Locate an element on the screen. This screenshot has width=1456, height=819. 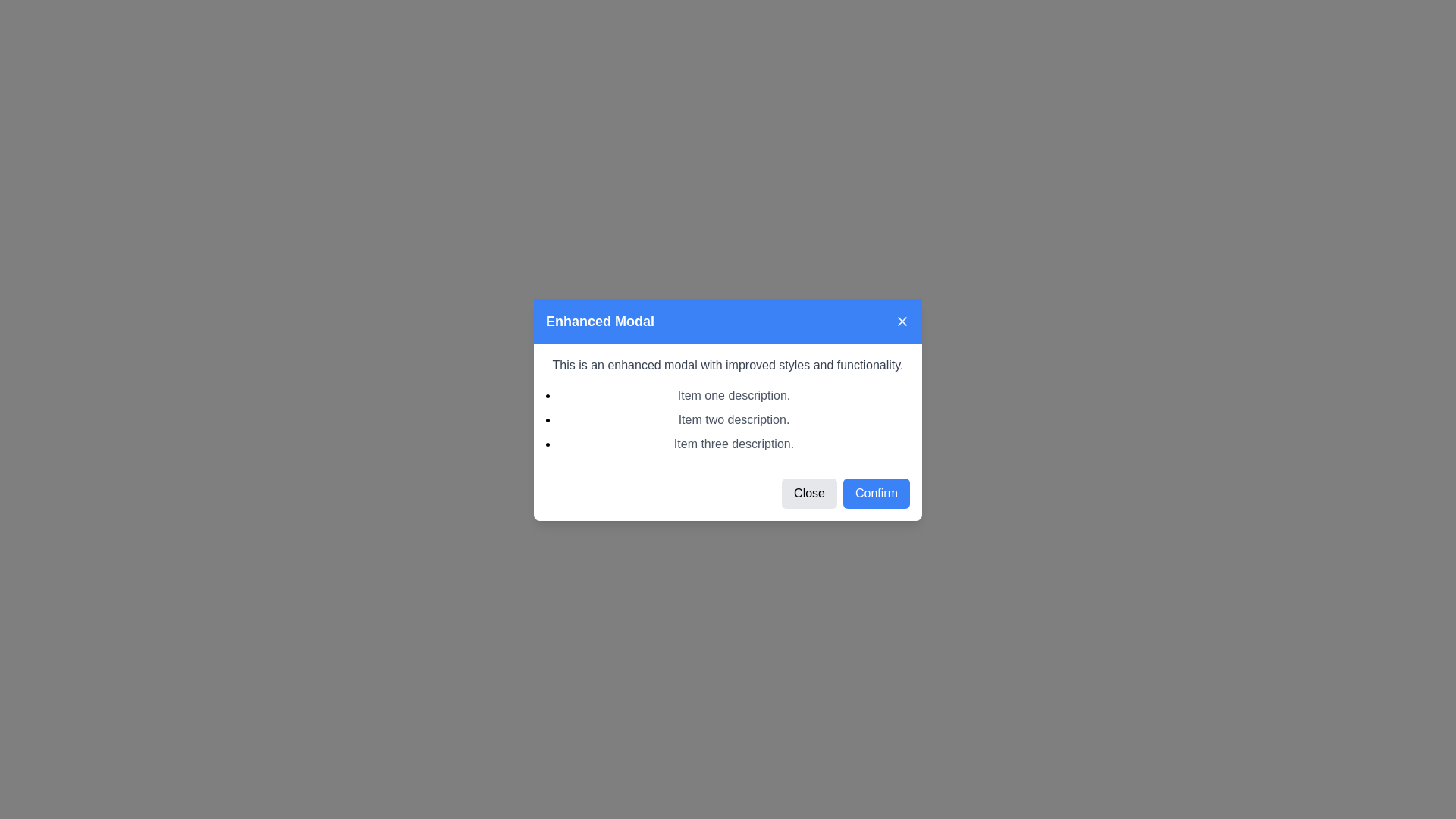
the 'Close' button located at the bottom-right corner of the modal overlay is located at coordinates (808, 493).